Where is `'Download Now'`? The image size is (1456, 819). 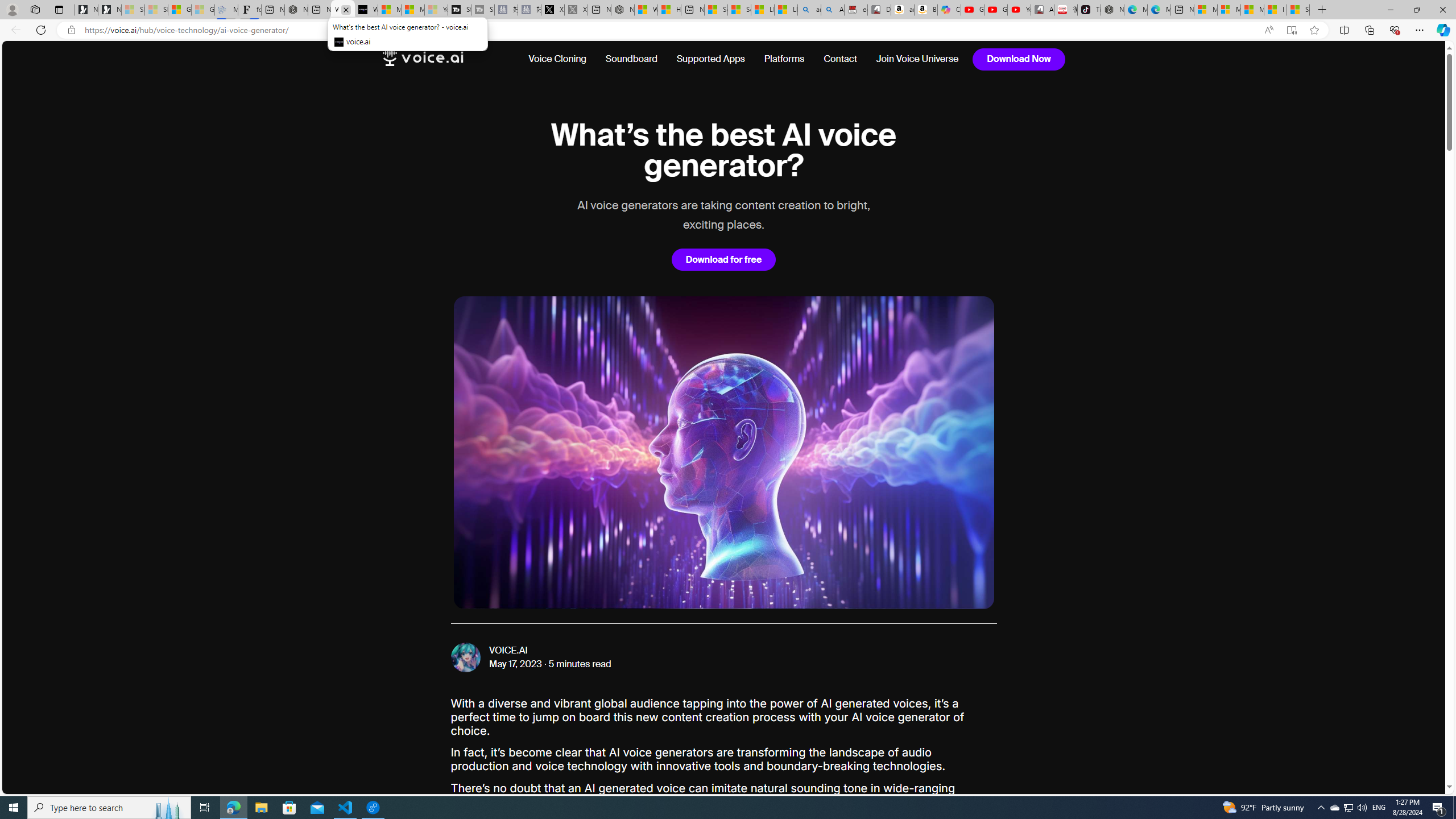
'Download Now' is located at coordinates (1019, 59).